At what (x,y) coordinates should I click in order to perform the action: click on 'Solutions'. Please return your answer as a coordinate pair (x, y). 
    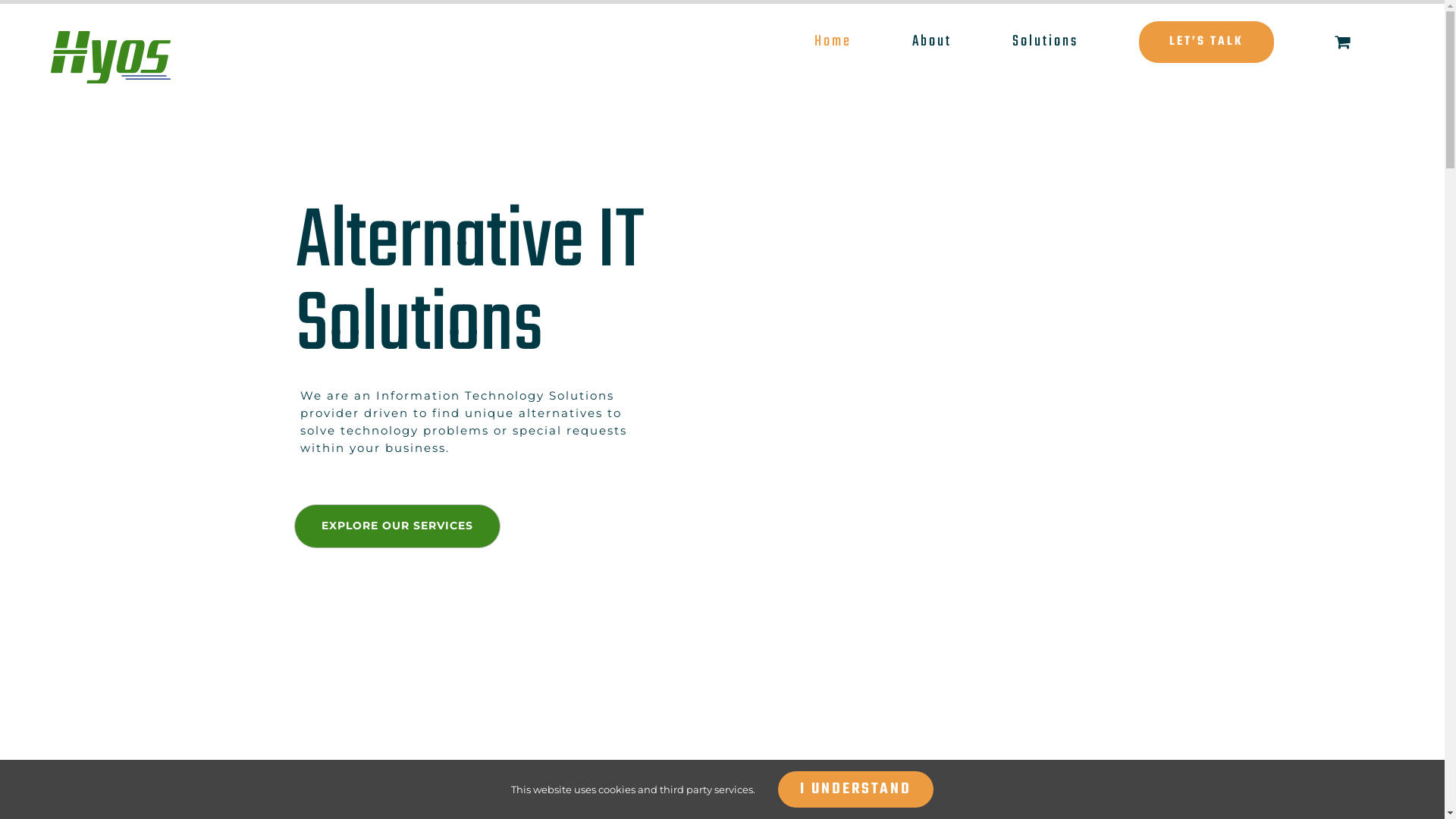
    Looking at the image, I should click on (1044, 40).